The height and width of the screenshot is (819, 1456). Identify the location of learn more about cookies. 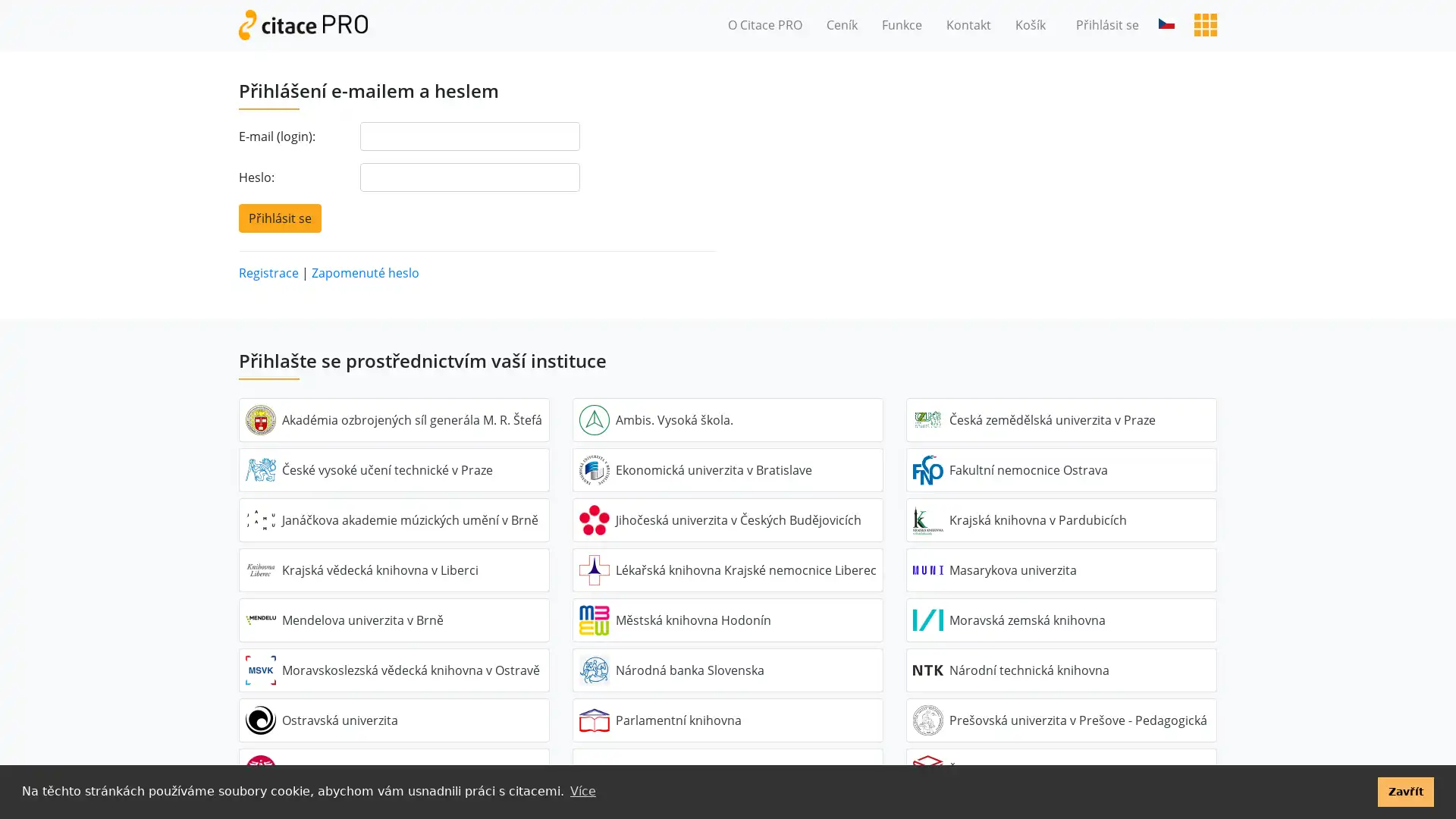
(582, 791).